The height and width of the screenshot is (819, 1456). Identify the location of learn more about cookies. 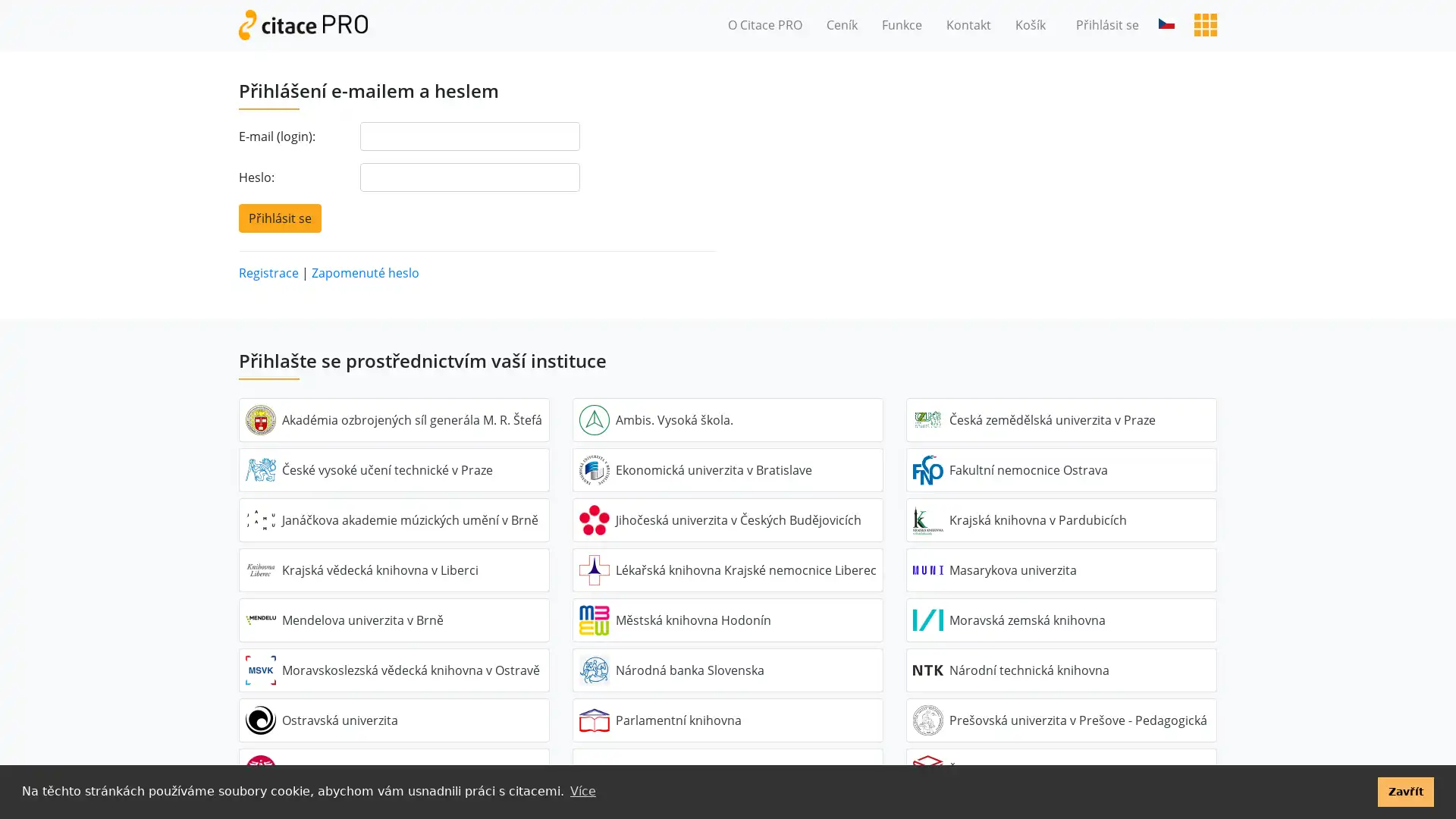
(582, 791).